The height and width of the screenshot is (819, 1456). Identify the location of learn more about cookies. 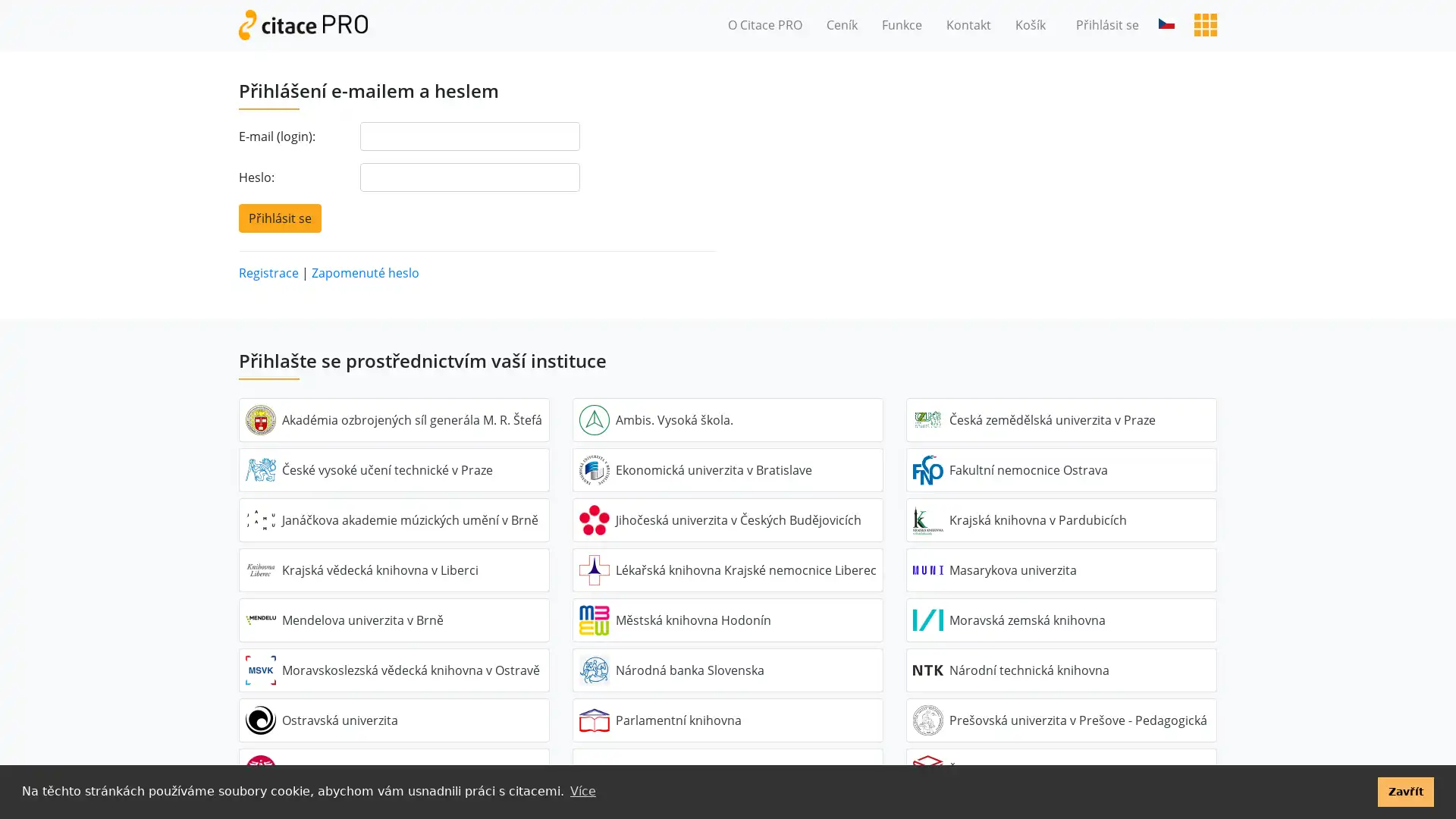
(582, 791).